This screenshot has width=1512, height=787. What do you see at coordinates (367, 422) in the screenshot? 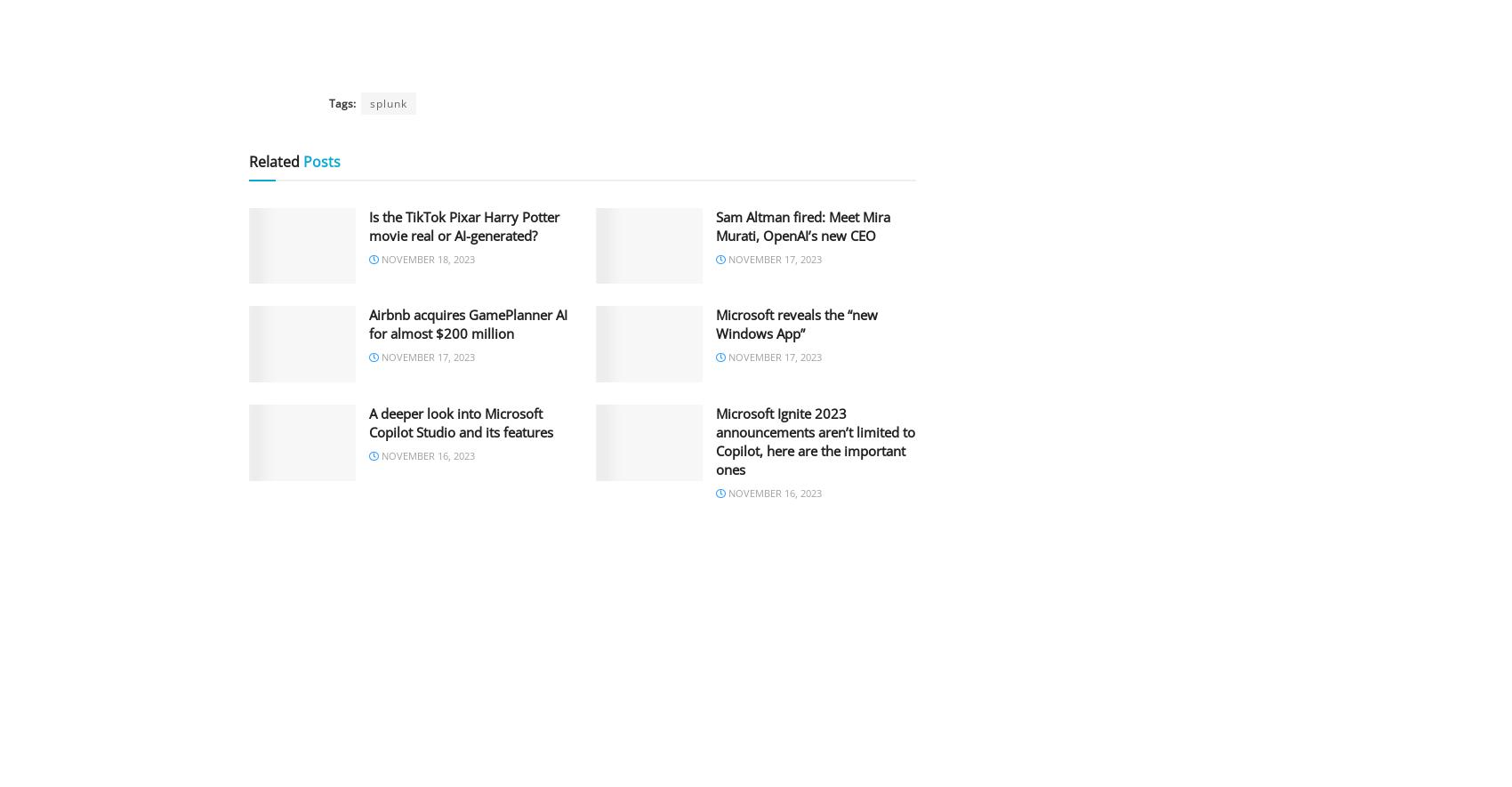
I see `'A deeper look into Microsoft Copilot Studio and its features'` at bounding box center [367, 422].